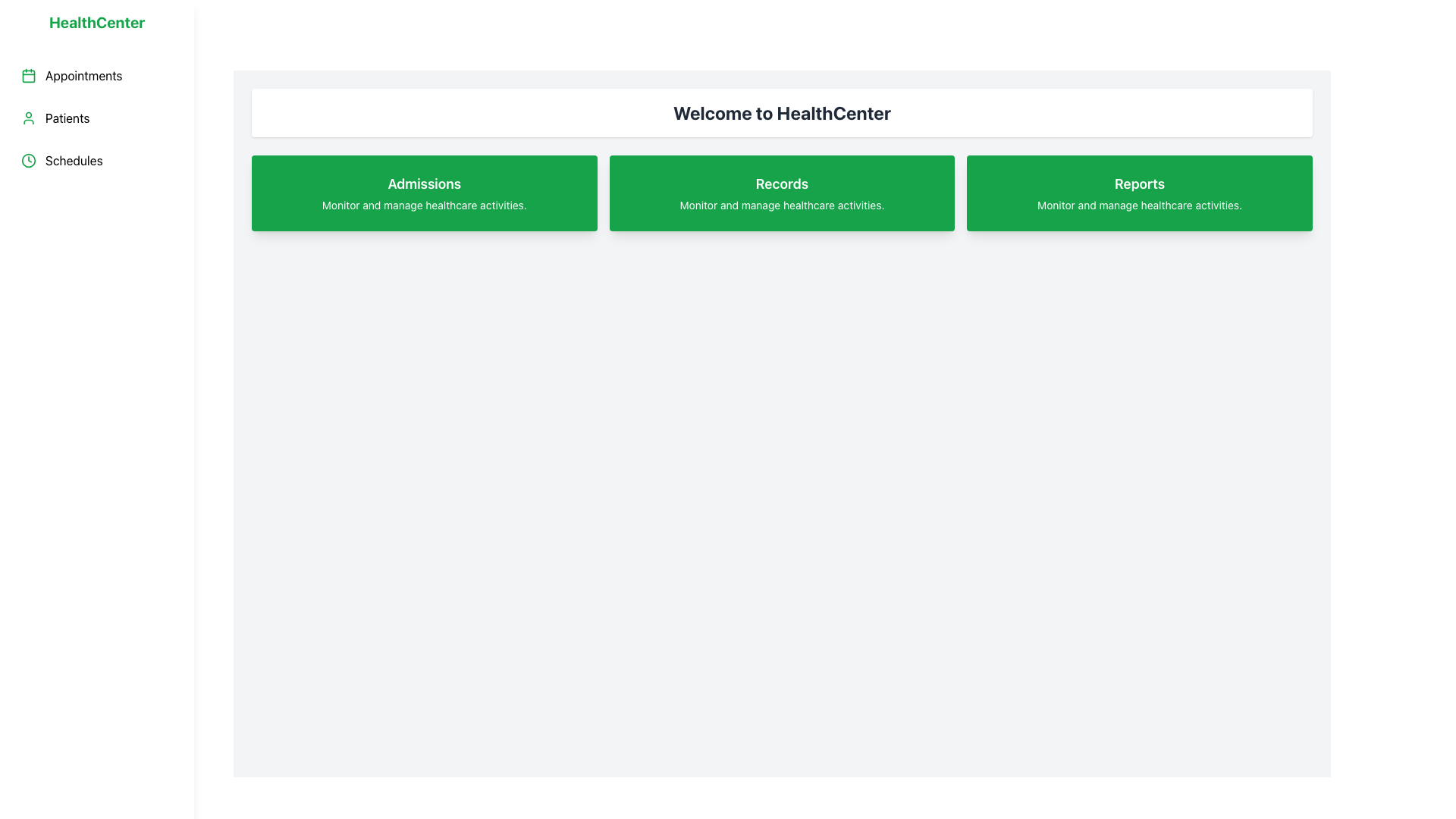  I want to click on static text header located at the top of the left sidebar, which identifies the application or web page, so click(96, 23).